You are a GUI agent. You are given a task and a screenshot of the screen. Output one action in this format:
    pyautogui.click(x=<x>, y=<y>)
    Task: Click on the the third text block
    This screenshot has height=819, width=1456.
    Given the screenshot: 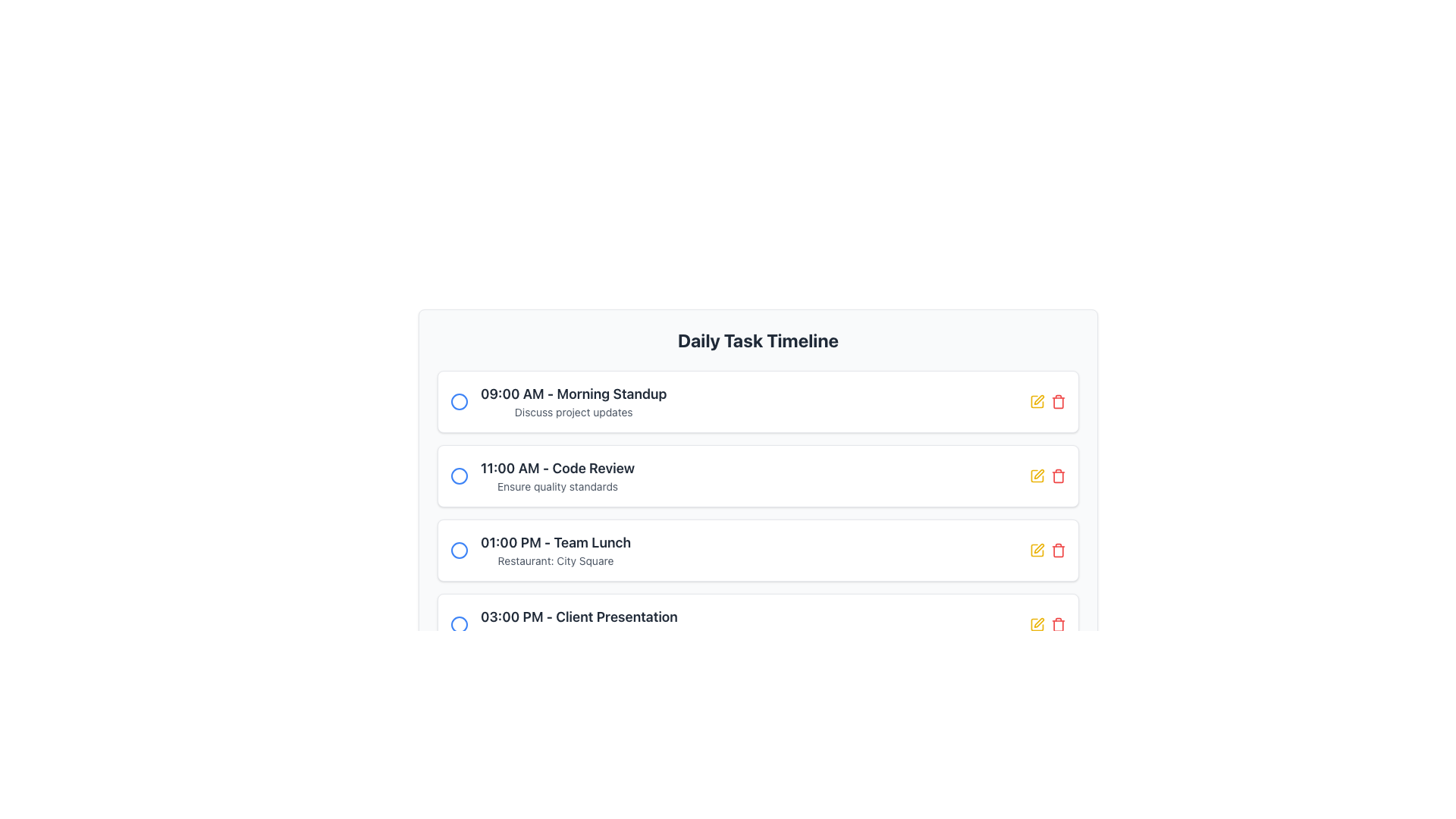 What is the action you would take?
    pyautogui.click(x=555, y=550)
    